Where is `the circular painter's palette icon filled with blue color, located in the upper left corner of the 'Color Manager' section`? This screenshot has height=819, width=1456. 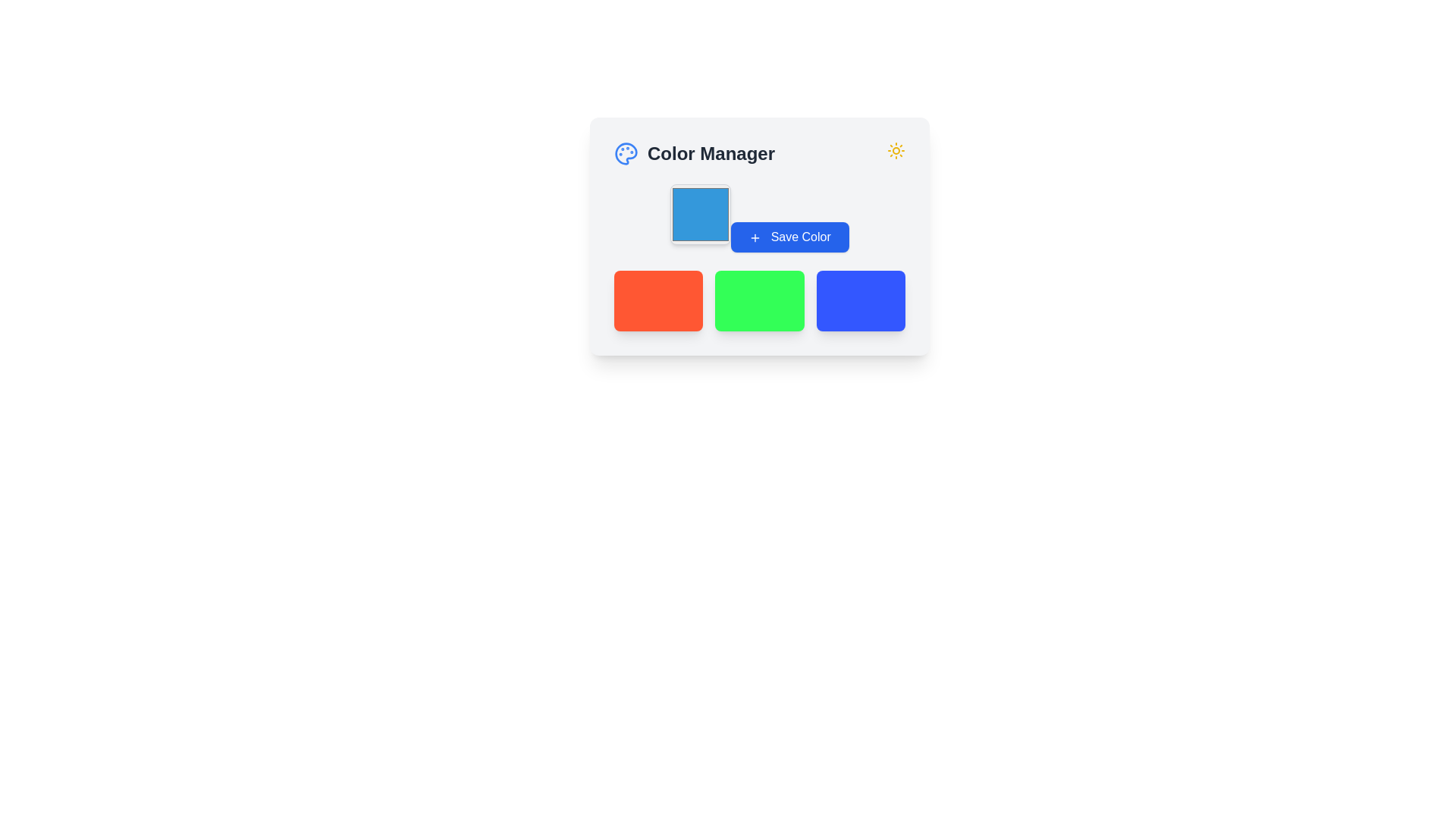
the circular painter's palette icon filled with blue color, located in the upper left corner of the 'Color Manager' section is located at coordinates (626, 154).